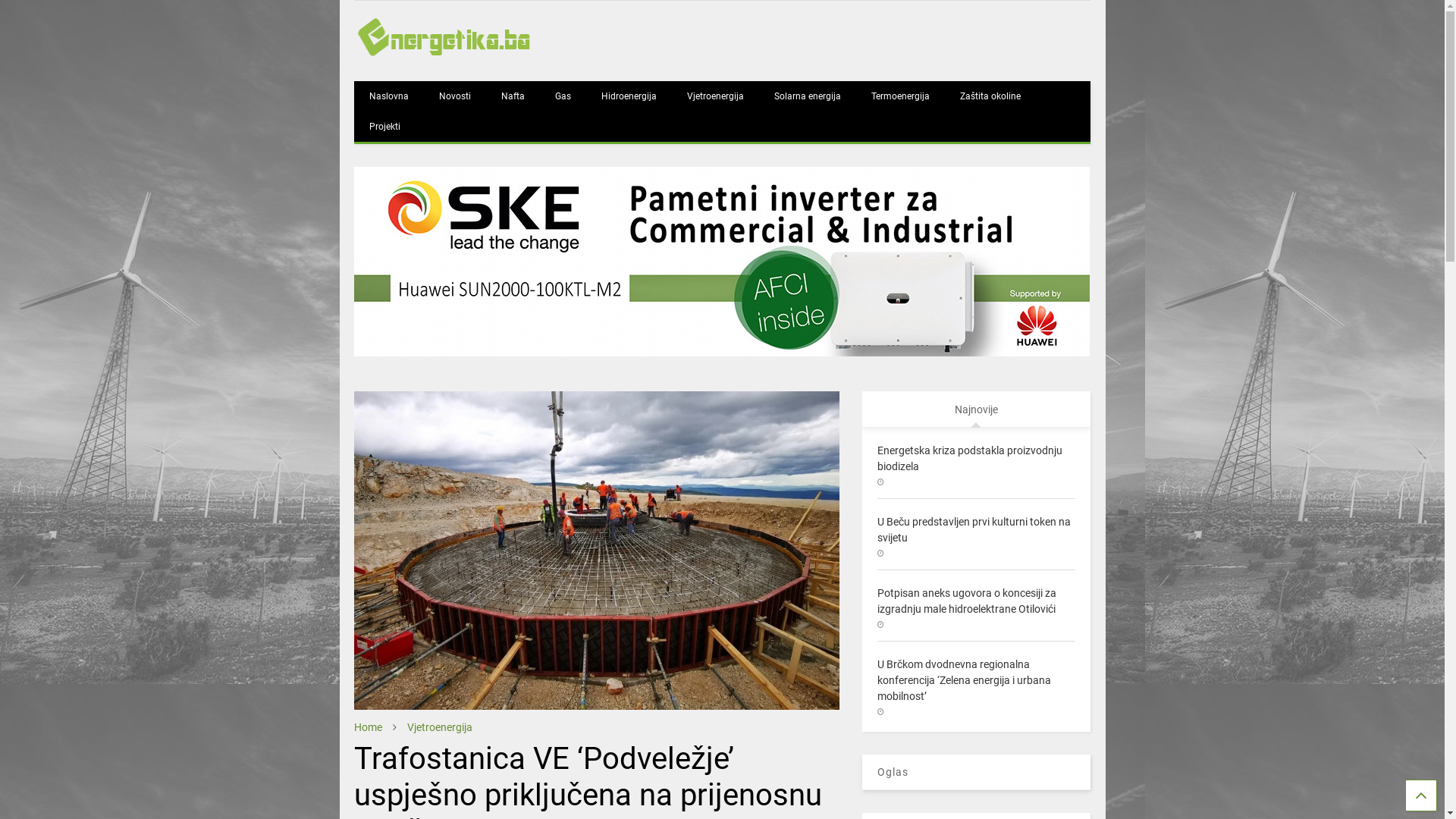  What do you see at coordinates (353, 54) in the screenshot?
I see `'Energetika.ba'` at bounding box center [353, 54].